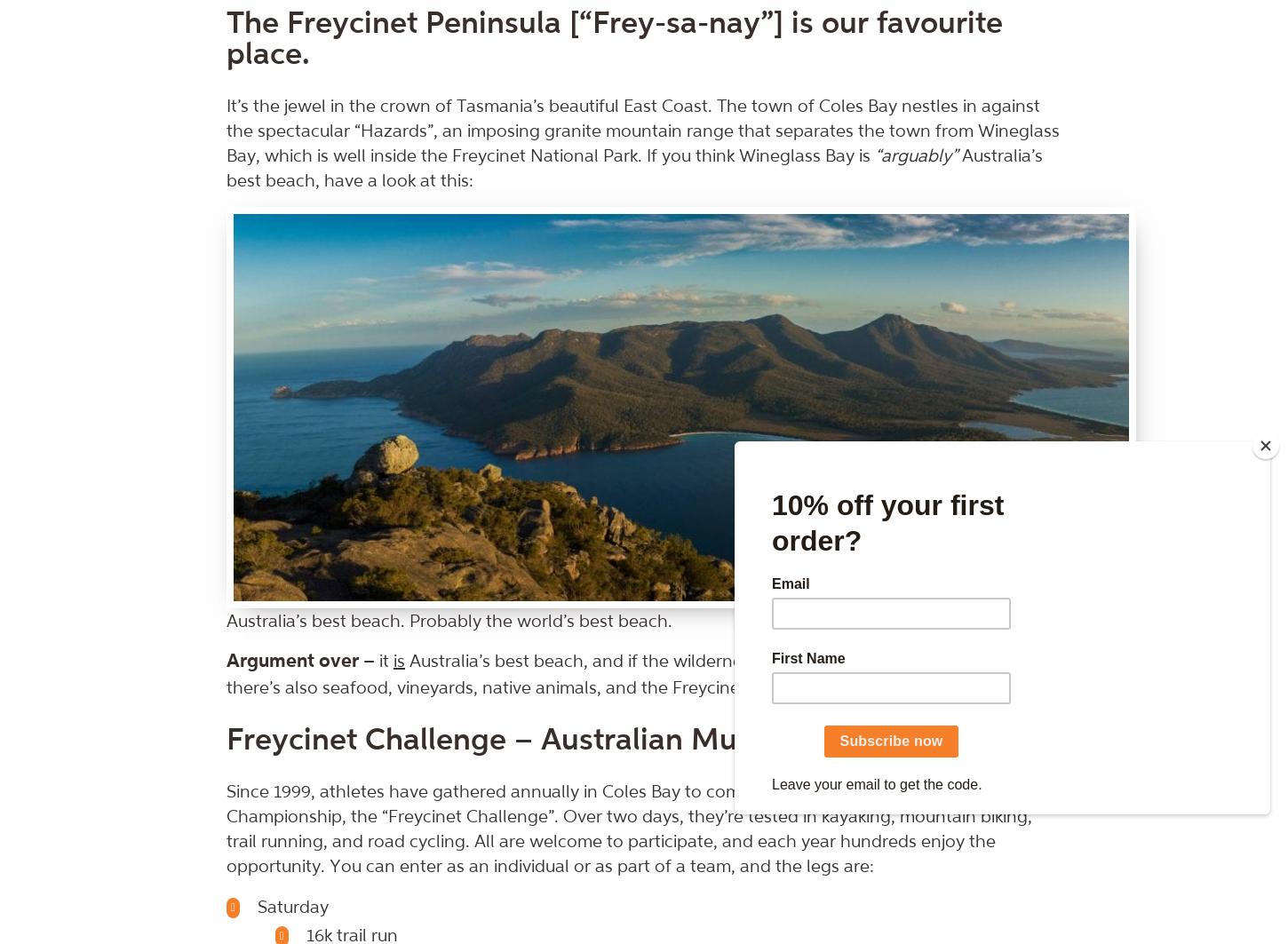 Image resolution: width=1288 pixels, height=944 pixels. I want to click on 'It’s the jewel in the crown of Tasmania’s beautiful East Coast. The town of Coles Bay nestles in against the spectacular “Hazards”, an imposing granite mountain range that separates the town from Wineglass Bay, which is well inside the Freycinet National Park. If you think Wineglass Bay is', so click(641, 131).